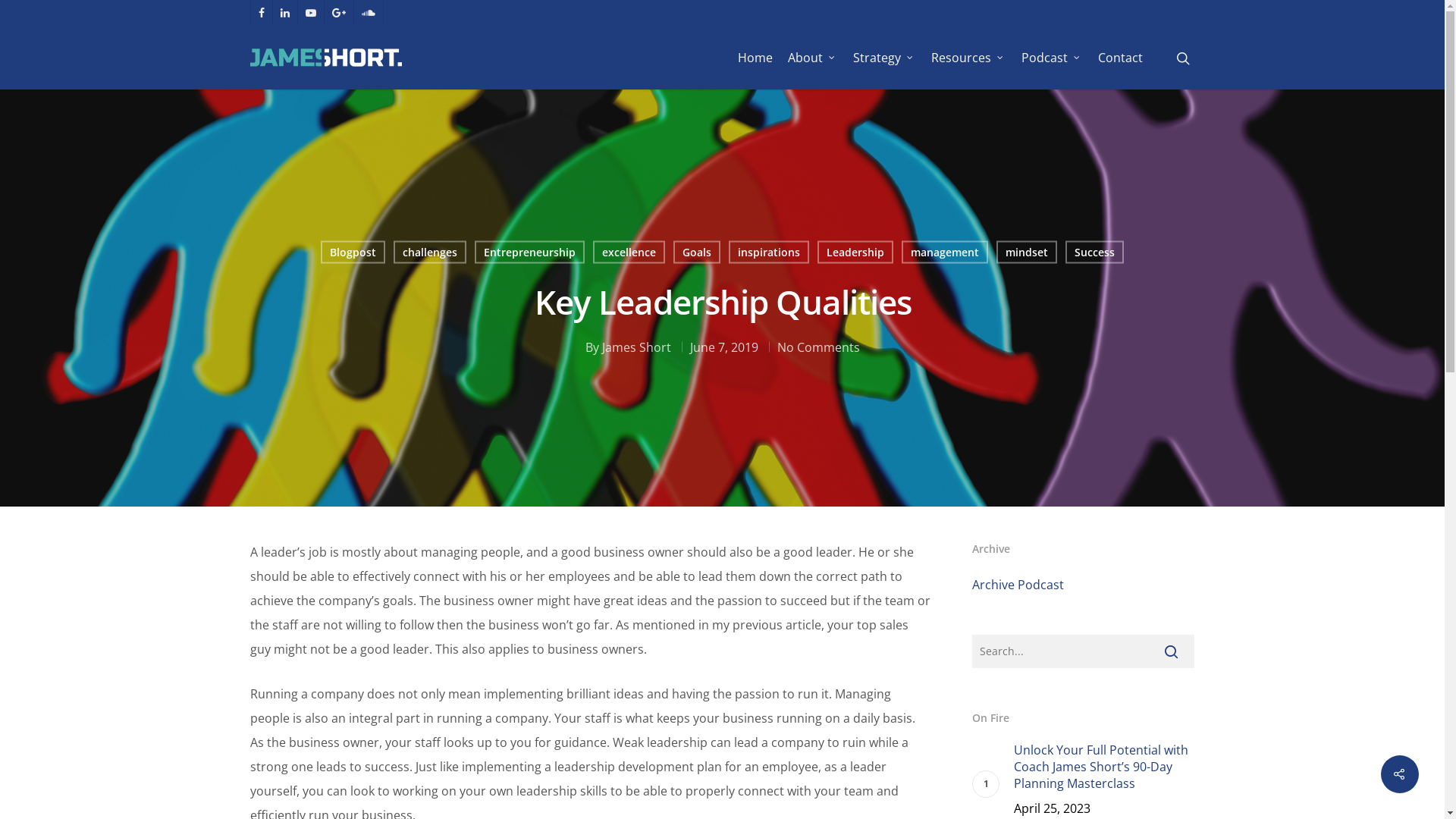  I want to click on 'Success', so click(1094, 251).